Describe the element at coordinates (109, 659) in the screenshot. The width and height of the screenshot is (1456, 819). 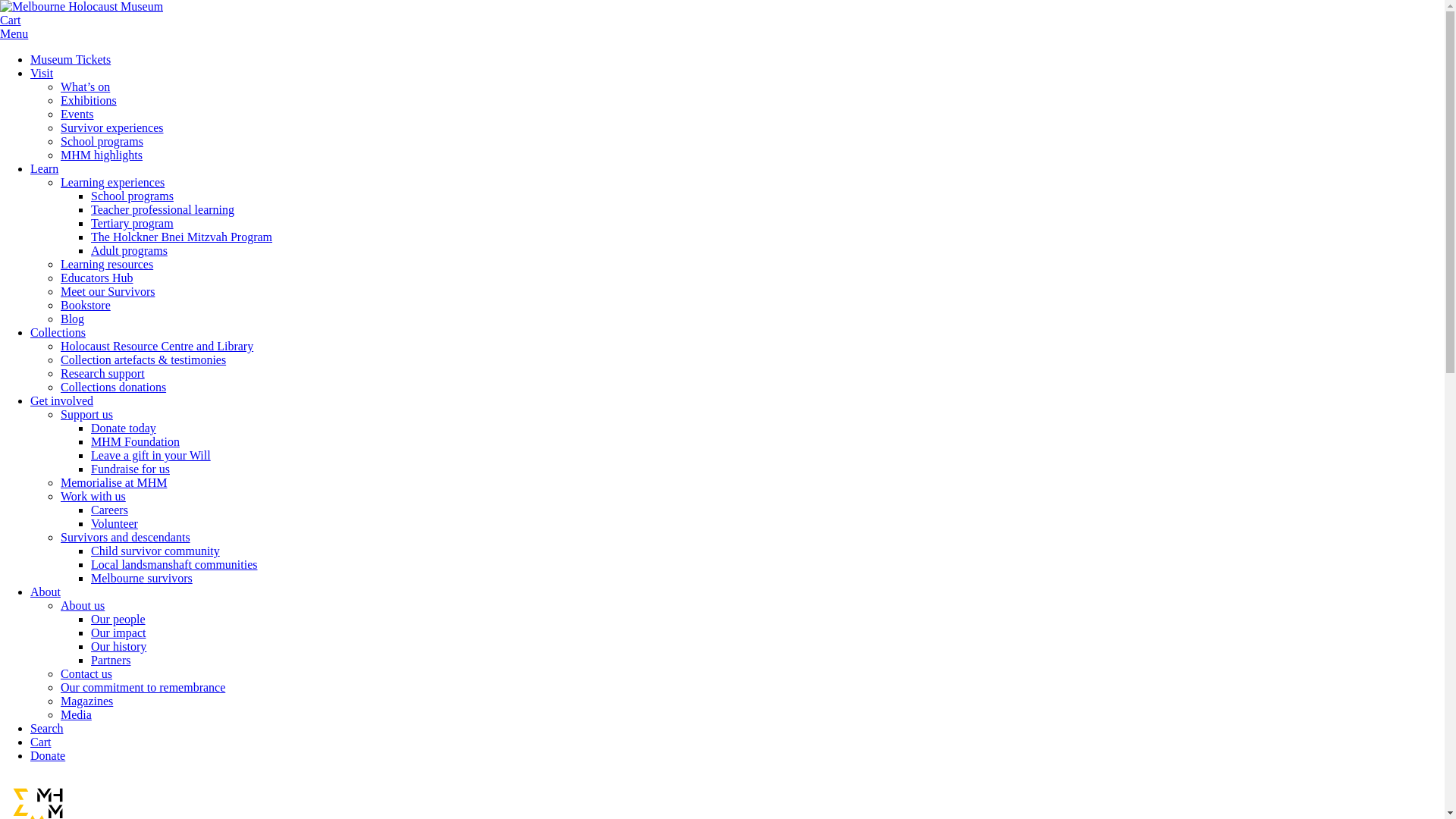
I see `'Partners'` at that location.